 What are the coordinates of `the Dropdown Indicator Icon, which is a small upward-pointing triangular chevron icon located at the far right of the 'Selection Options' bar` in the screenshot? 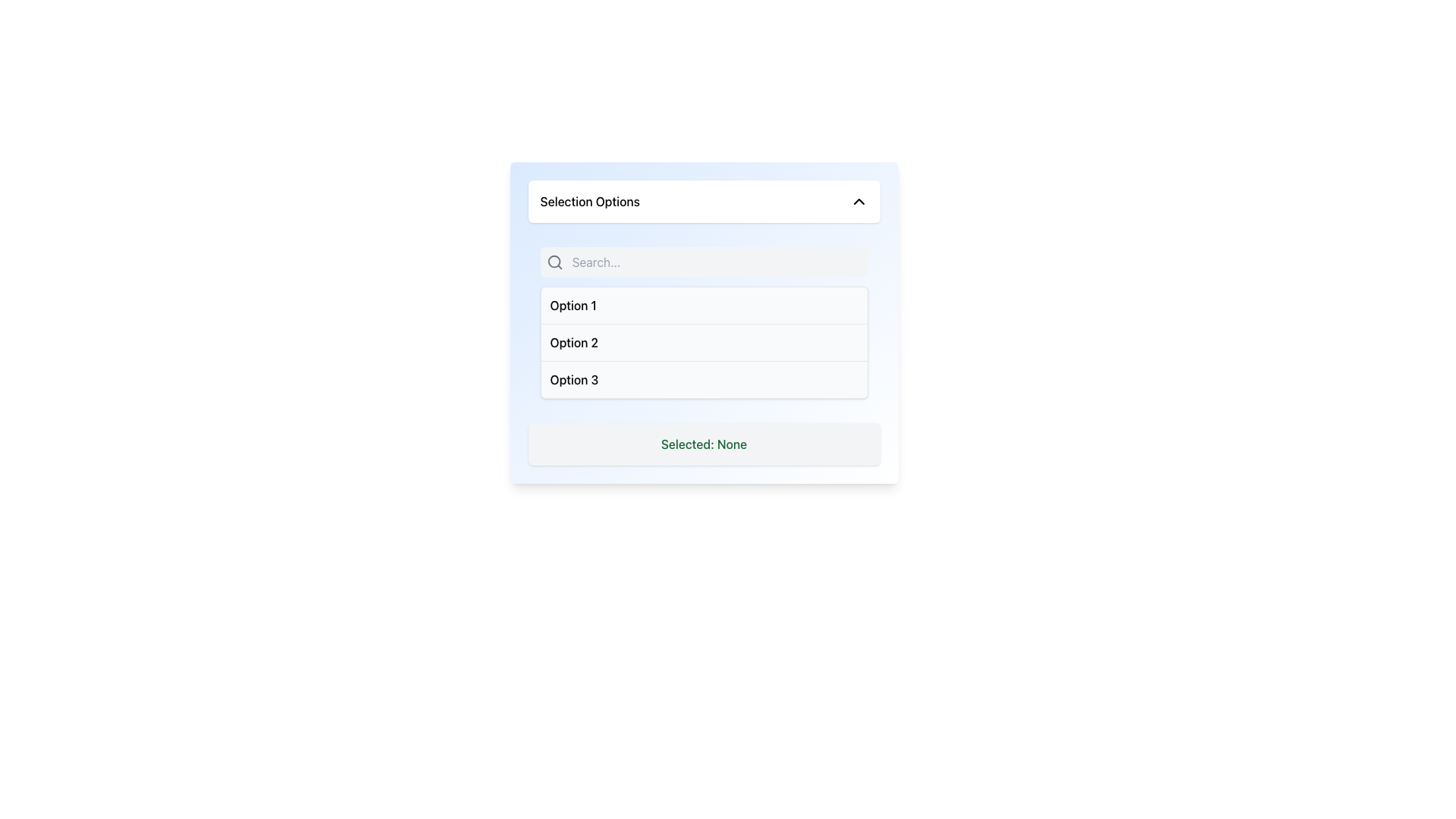 It's located at (858, 201).